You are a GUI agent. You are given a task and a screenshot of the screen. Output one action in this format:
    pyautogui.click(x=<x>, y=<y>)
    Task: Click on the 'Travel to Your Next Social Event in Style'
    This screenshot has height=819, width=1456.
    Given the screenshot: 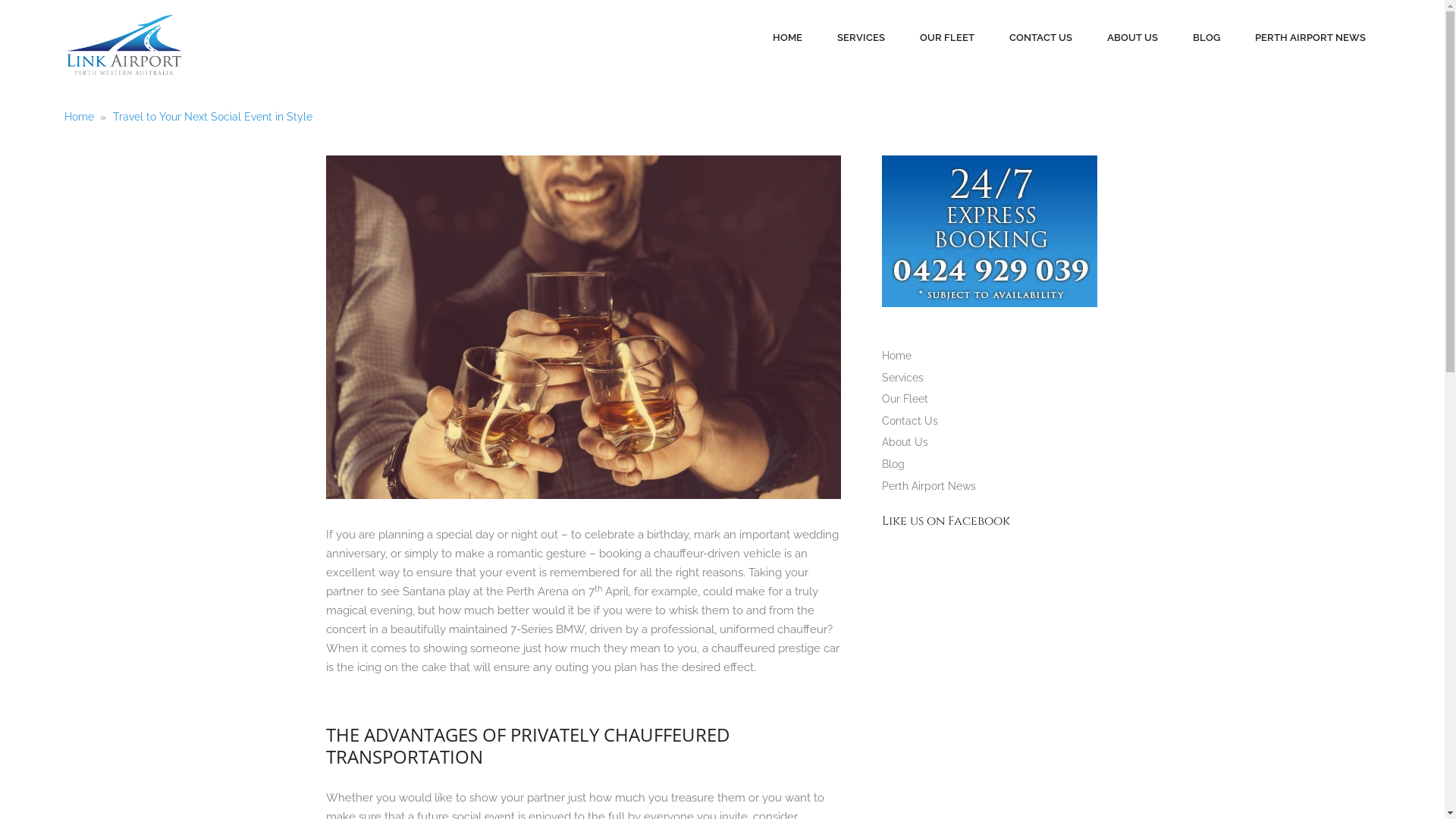 What is the action you would take?
    pyautogui.click(x=212, y=116)
    